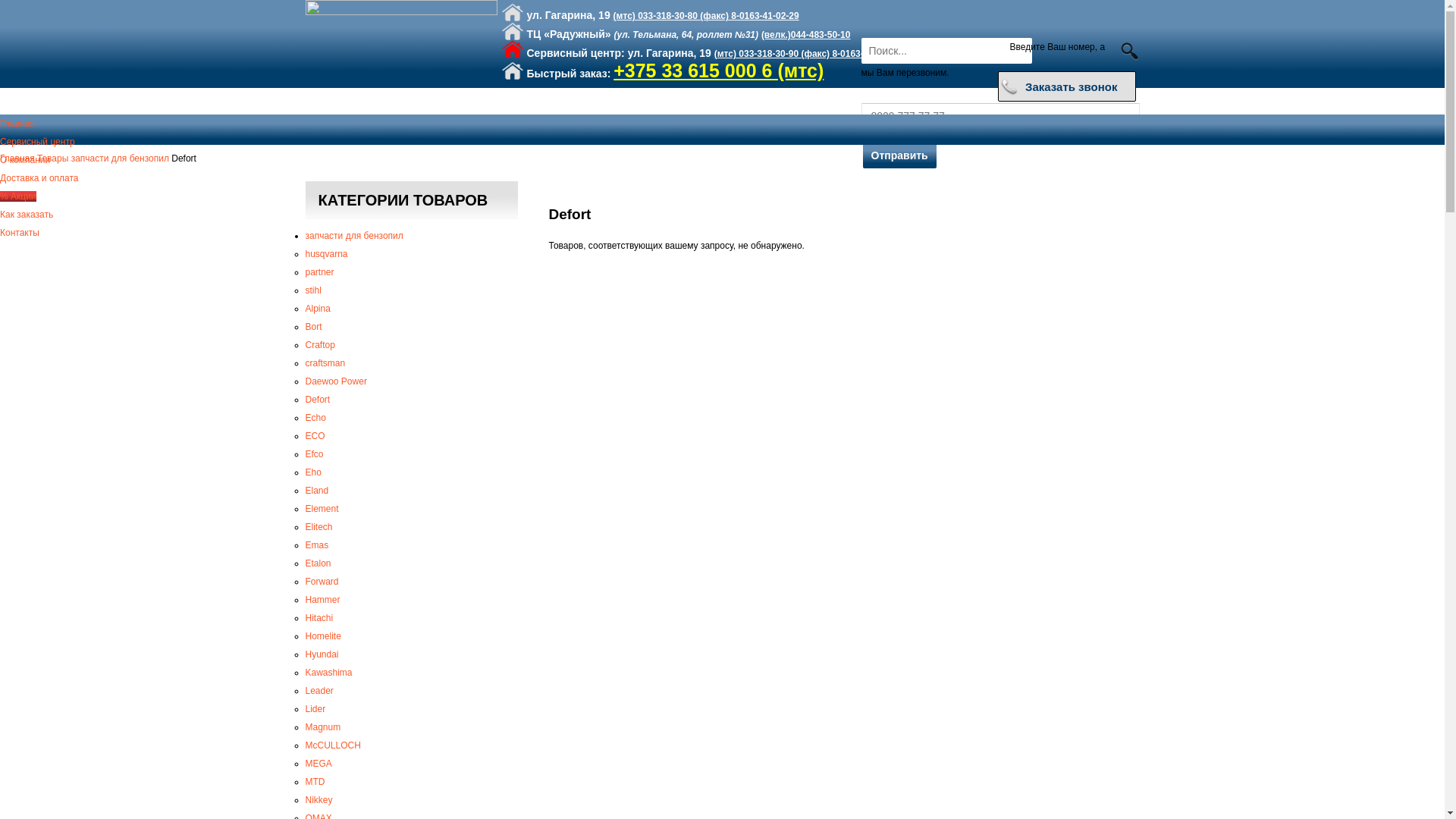 The image size is (1456, 819). Describe the element at coordinates (312, 472) in the screenshot. I see `'Eho'` at that location.